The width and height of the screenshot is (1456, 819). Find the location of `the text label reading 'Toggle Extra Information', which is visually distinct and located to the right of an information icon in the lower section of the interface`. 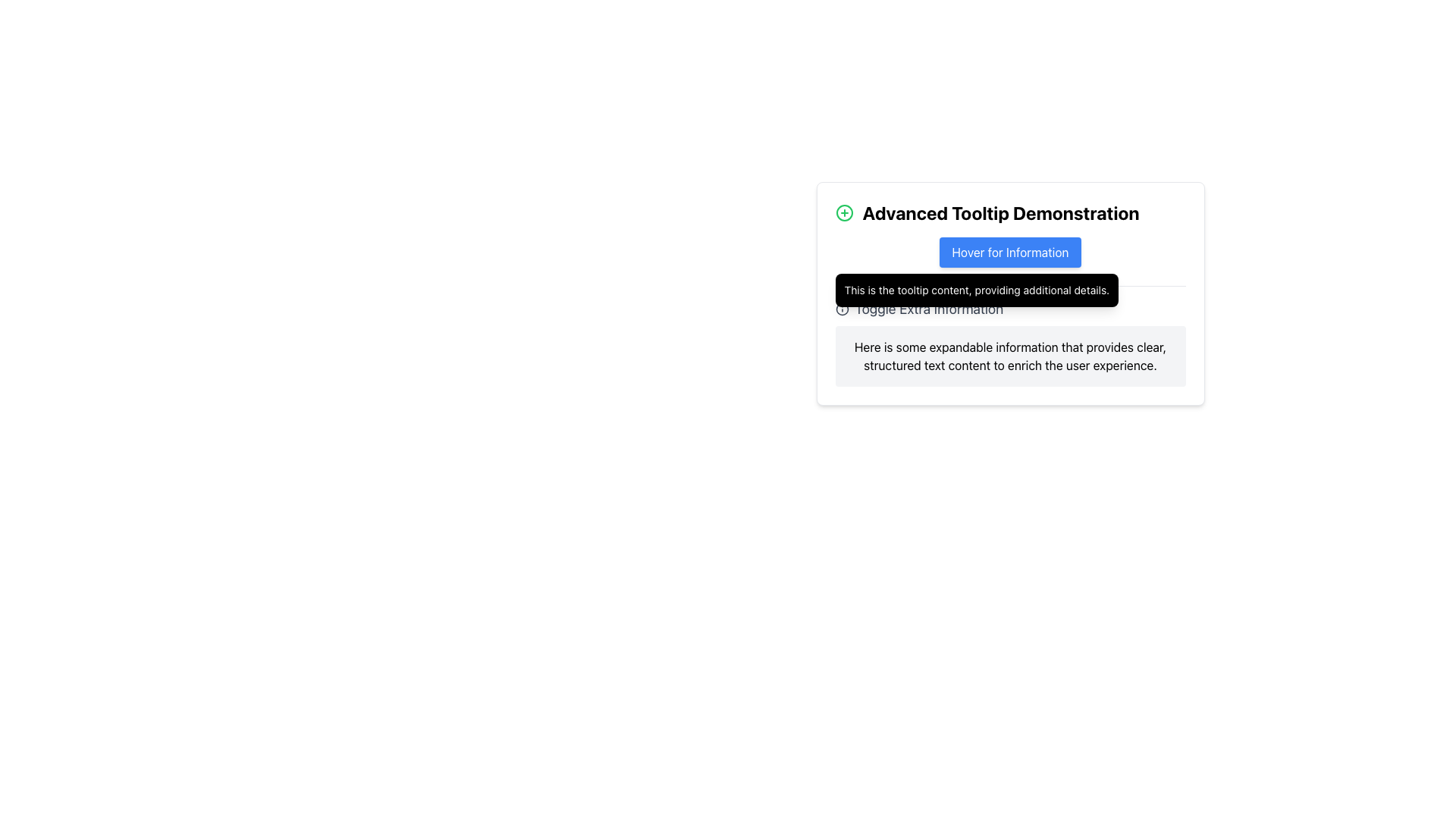

the text label reading 'Toggle Extra Information', which is visually distinct and located to the right of an information icon in the lower section of the interface is located at coordinates (928, 309).